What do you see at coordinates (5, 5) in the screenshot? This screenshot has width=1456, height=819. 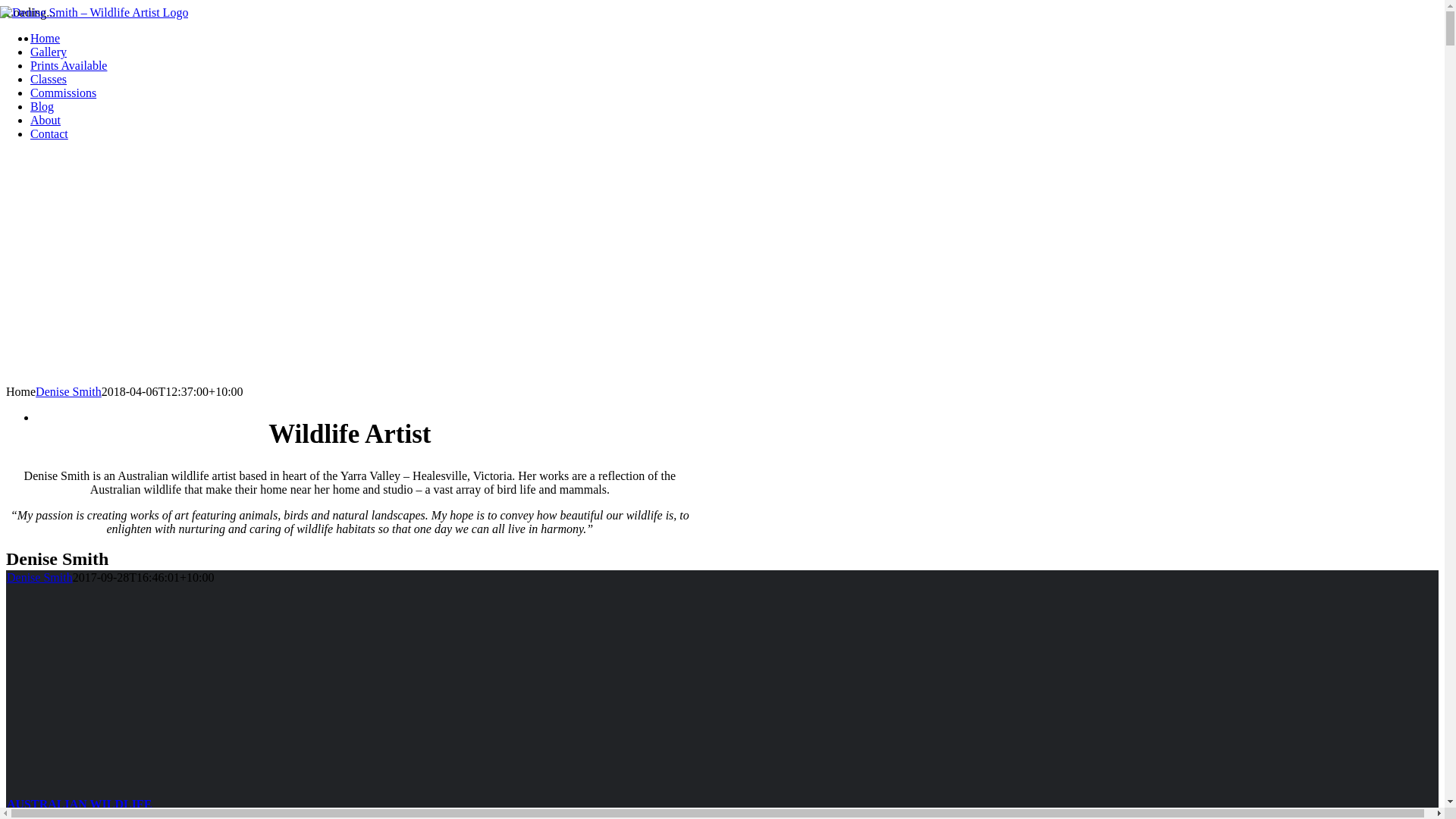 I see `'Skip to content'` at bounding box center [5, 5].